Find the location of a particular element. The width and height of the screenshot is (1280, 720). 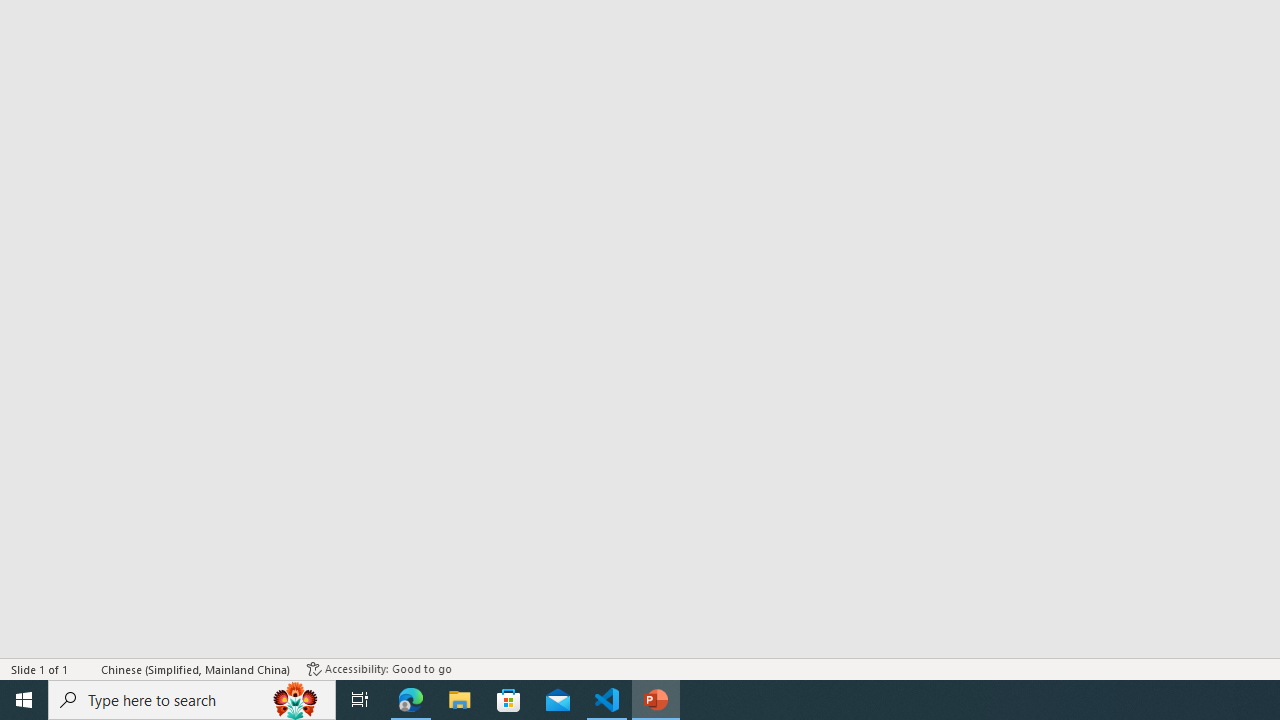

'Search highlights icon opens search home window' is located at coordinates (294, 698).